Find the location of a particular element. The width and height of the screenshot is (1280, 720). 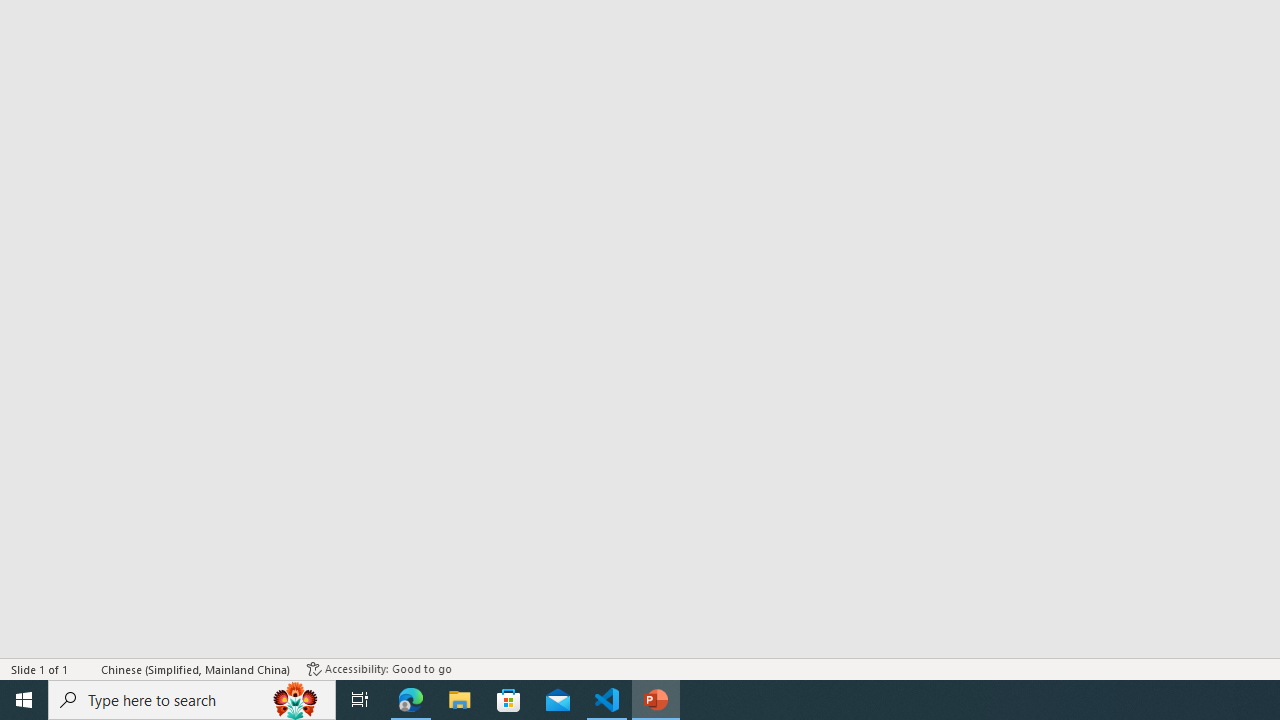

'Search highlights icon opens search home window' is located at coordinates (294, 698).